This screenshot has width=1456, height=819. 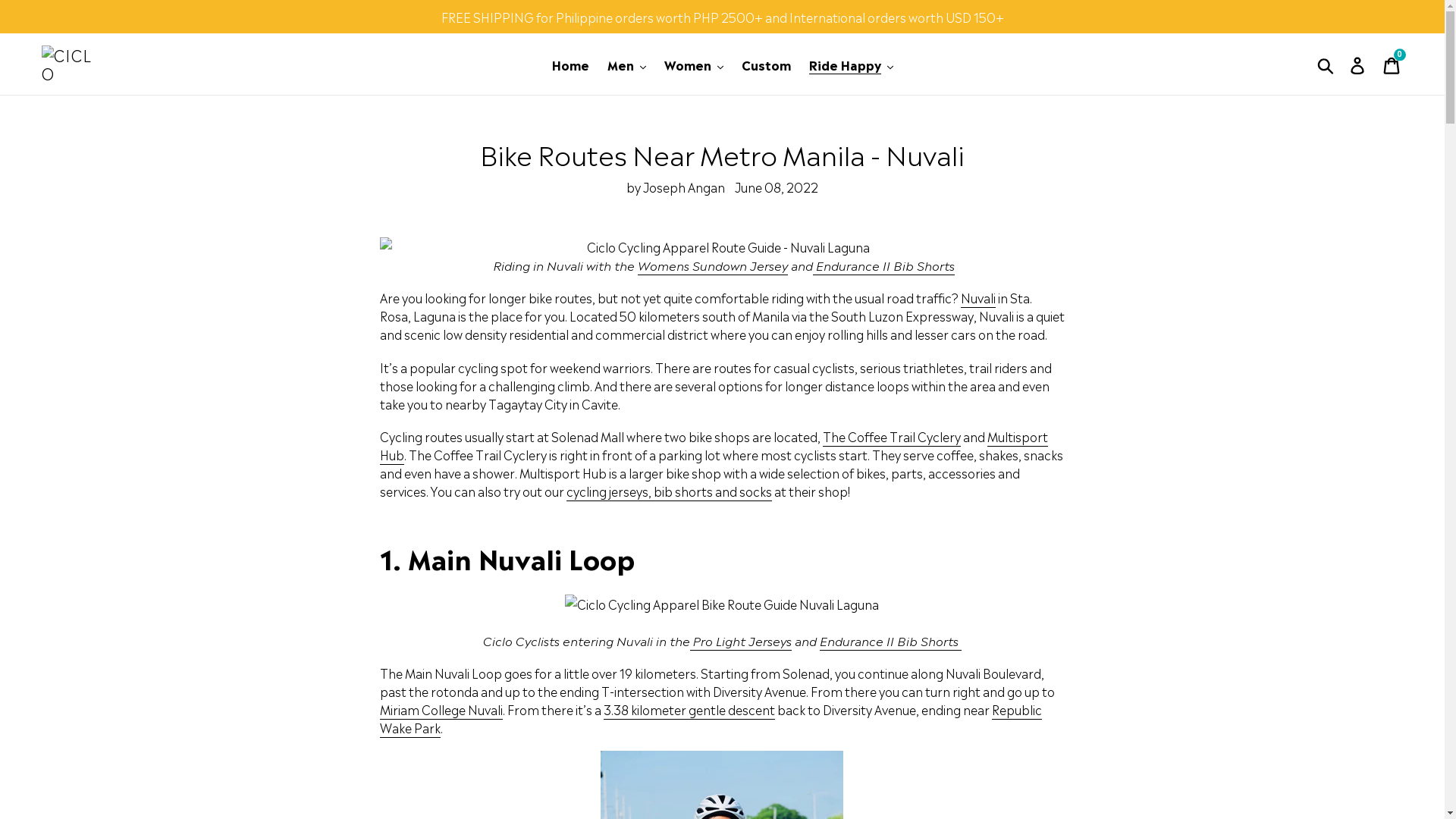 What do you see at coordinates (741, 640) in the screenshot?
I see `'Pro Light Jerseys'` at bounding box center [741, 640].